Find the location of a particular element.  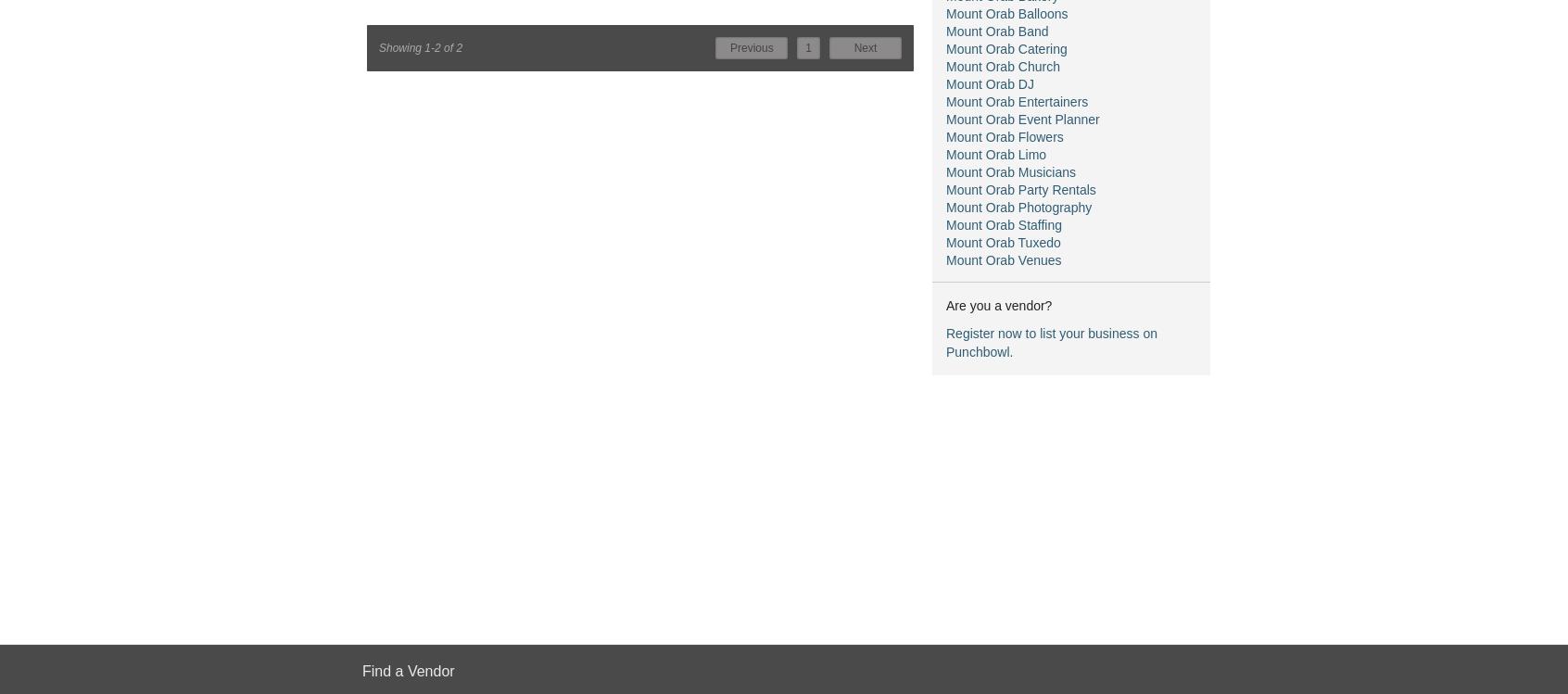

'Mount Orab Event Planner' is located at coordinates (1022, 119).